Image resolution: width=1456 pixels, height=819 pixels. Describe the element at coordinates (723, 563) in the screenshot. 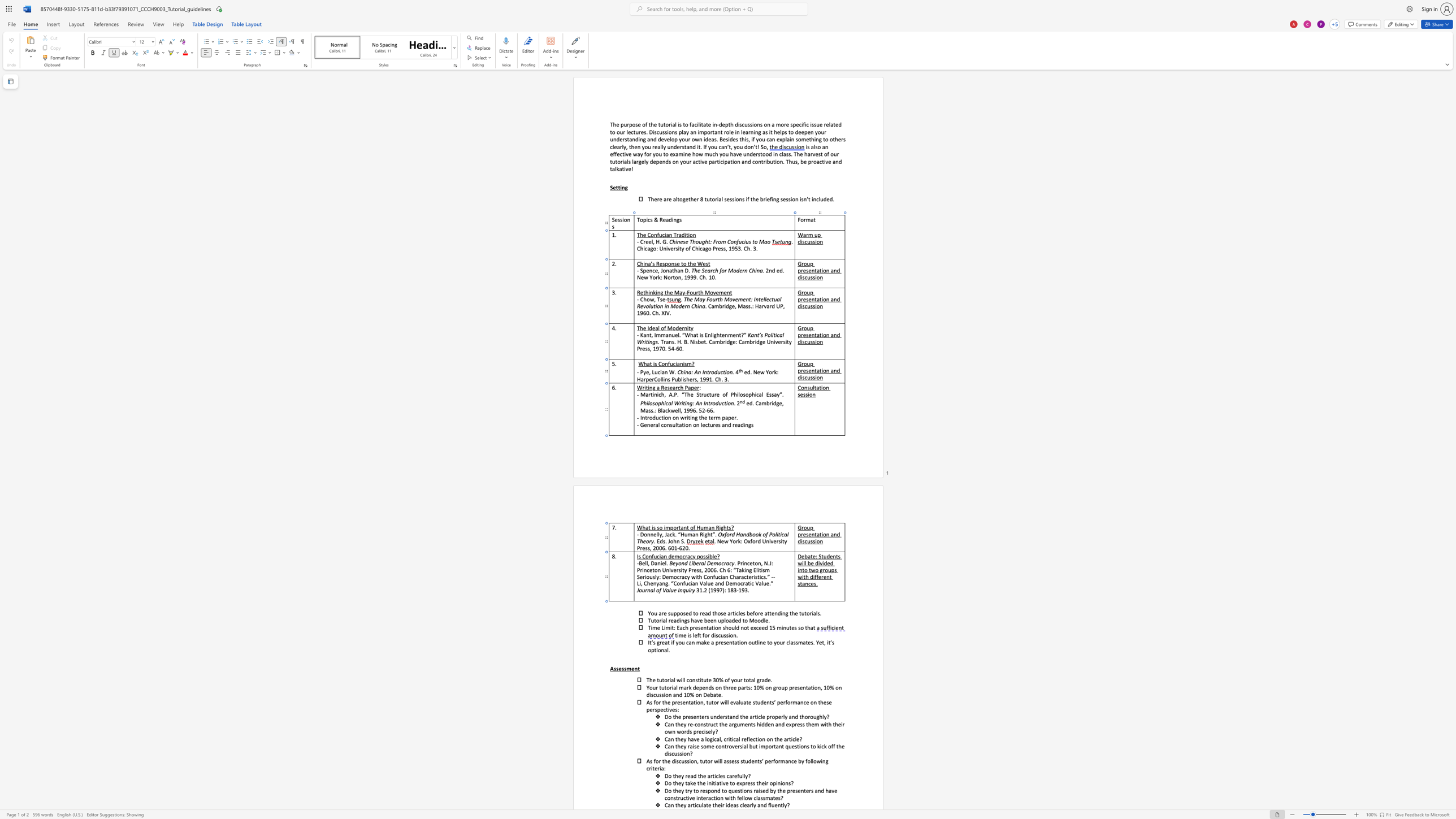

I see `the space between the continuous character "c" and "r" in the text` at that location.